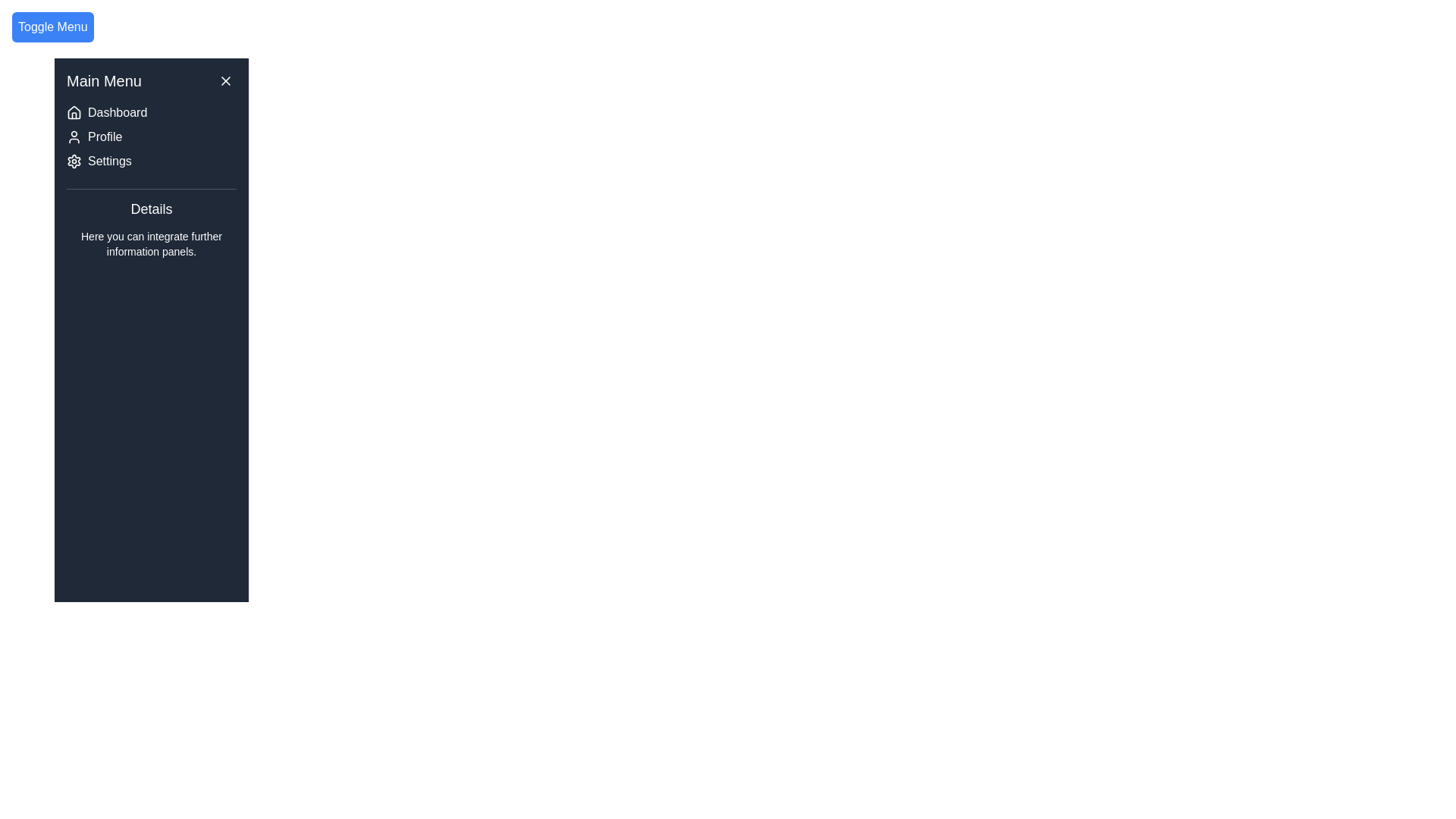 The width and height of the screenshot is (1456, 819). Describe the element at coordinates (152, 243) in the screenshot. I see `the static text block element that reads 'Here you can integrate further information panels.' positioned under the 'Details' title in the sidebar interface` at that location.